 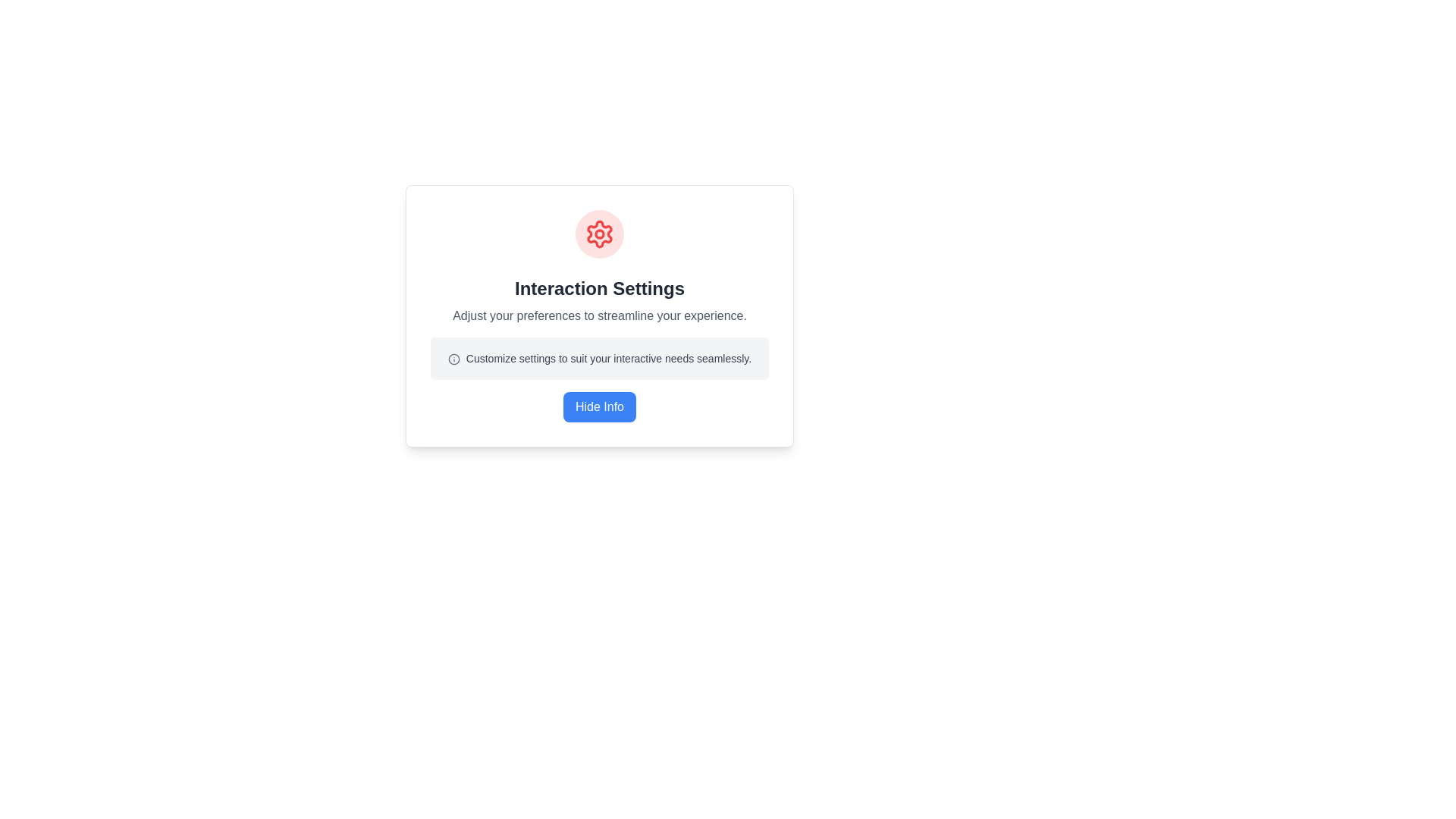 I want to click on the decorative circle SVG element located at the center of the gear-shaped icon above the 'Interaction Settings' title in the dialog box, so click(x=599, y=234).